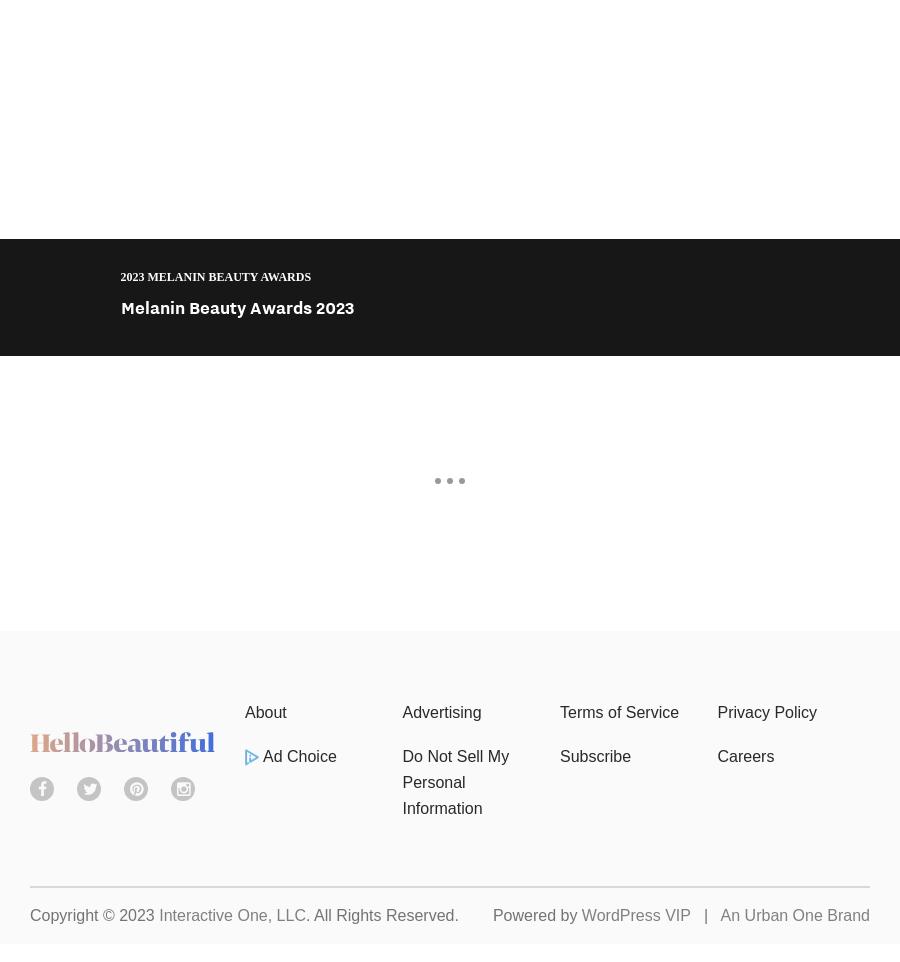 The width and height of the screenshot is (900, 962). I want to click on 'About', so click(264, 711).